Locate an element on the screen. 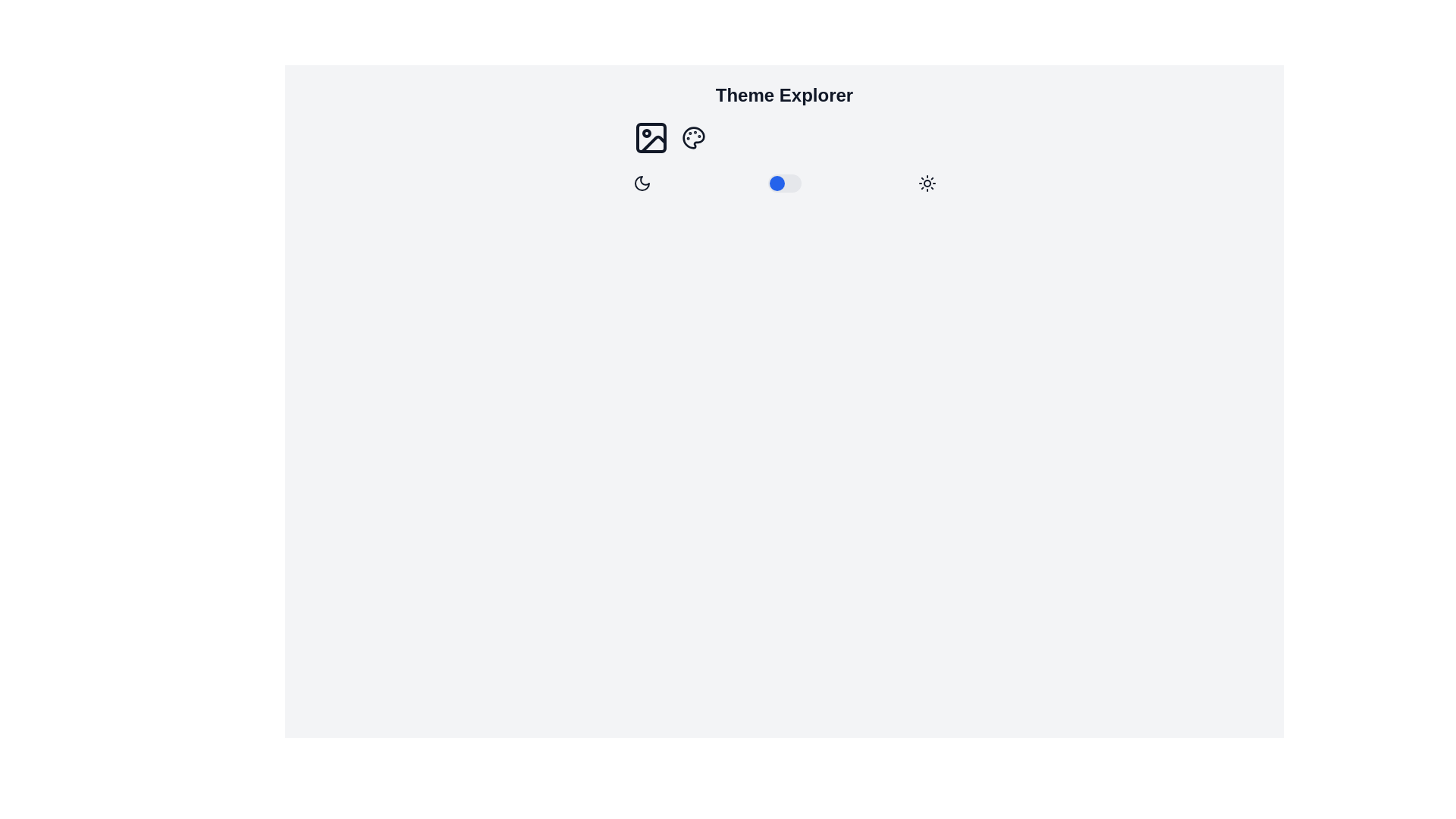 The height and width of the screenshot is (819, 1456). the toggle switch, which has a light background and a blue knob, to change its state is located at coordinates (784, 183).